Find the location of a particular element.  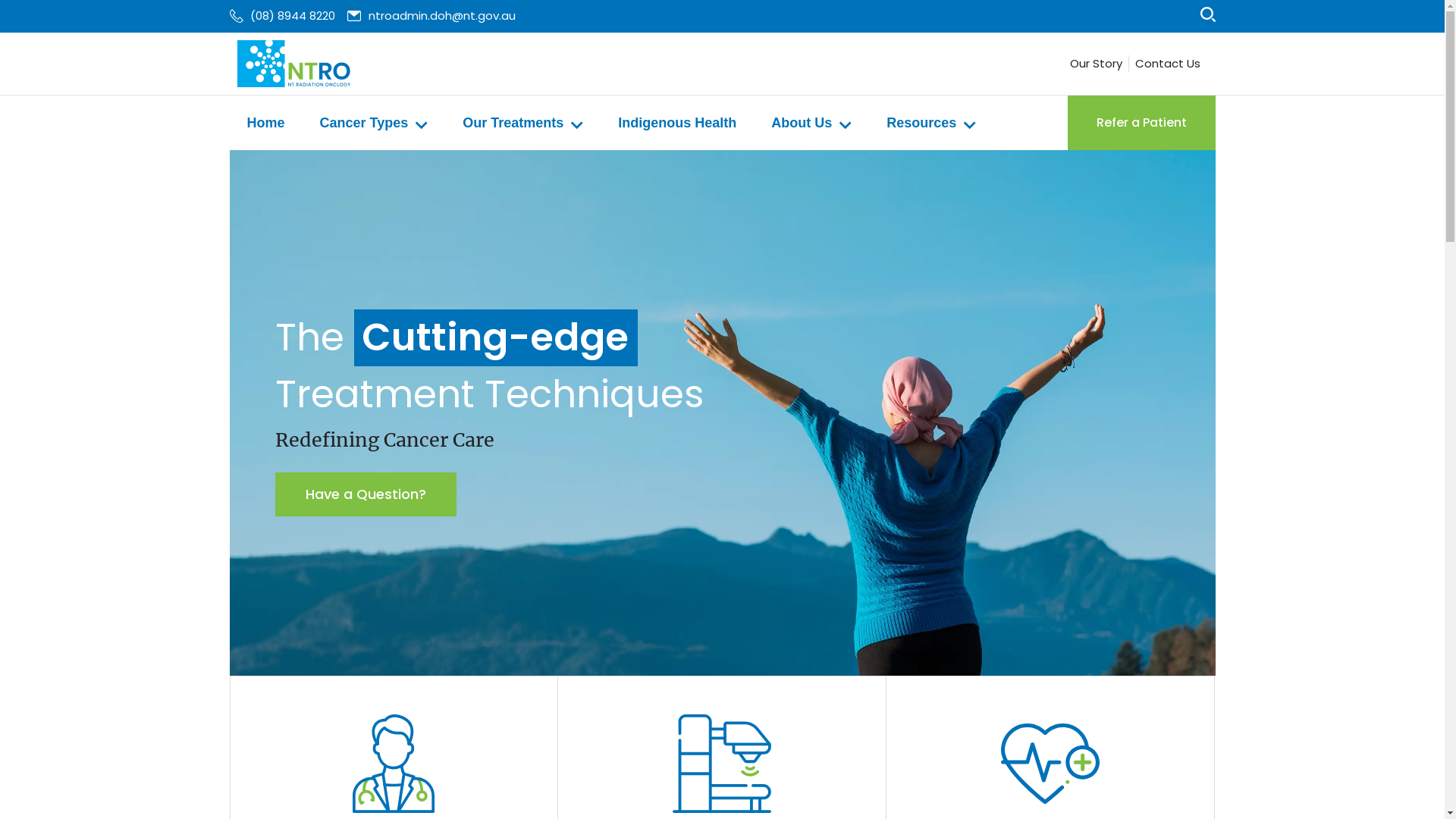

'Refer a Patient' is located at coordinates (1141, 122).